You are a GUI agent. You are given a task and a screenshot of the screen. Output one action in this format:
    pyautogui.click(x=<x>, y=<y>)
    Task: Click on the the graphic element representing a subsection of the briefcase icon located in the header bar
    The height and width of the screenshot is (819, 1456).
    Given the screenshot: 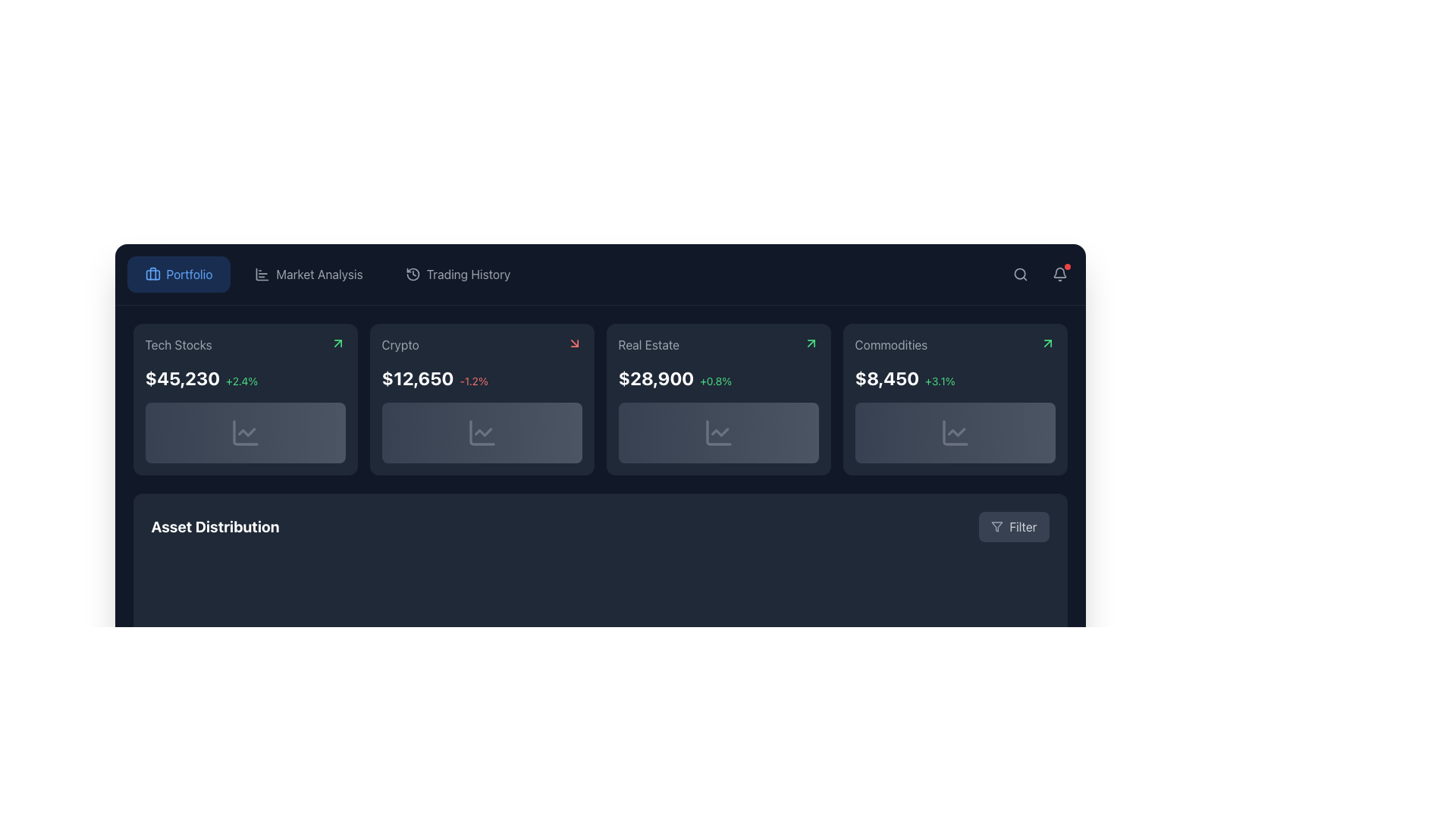 What is the action you would take?
    pyautogui.click(x=152, y=275)
    